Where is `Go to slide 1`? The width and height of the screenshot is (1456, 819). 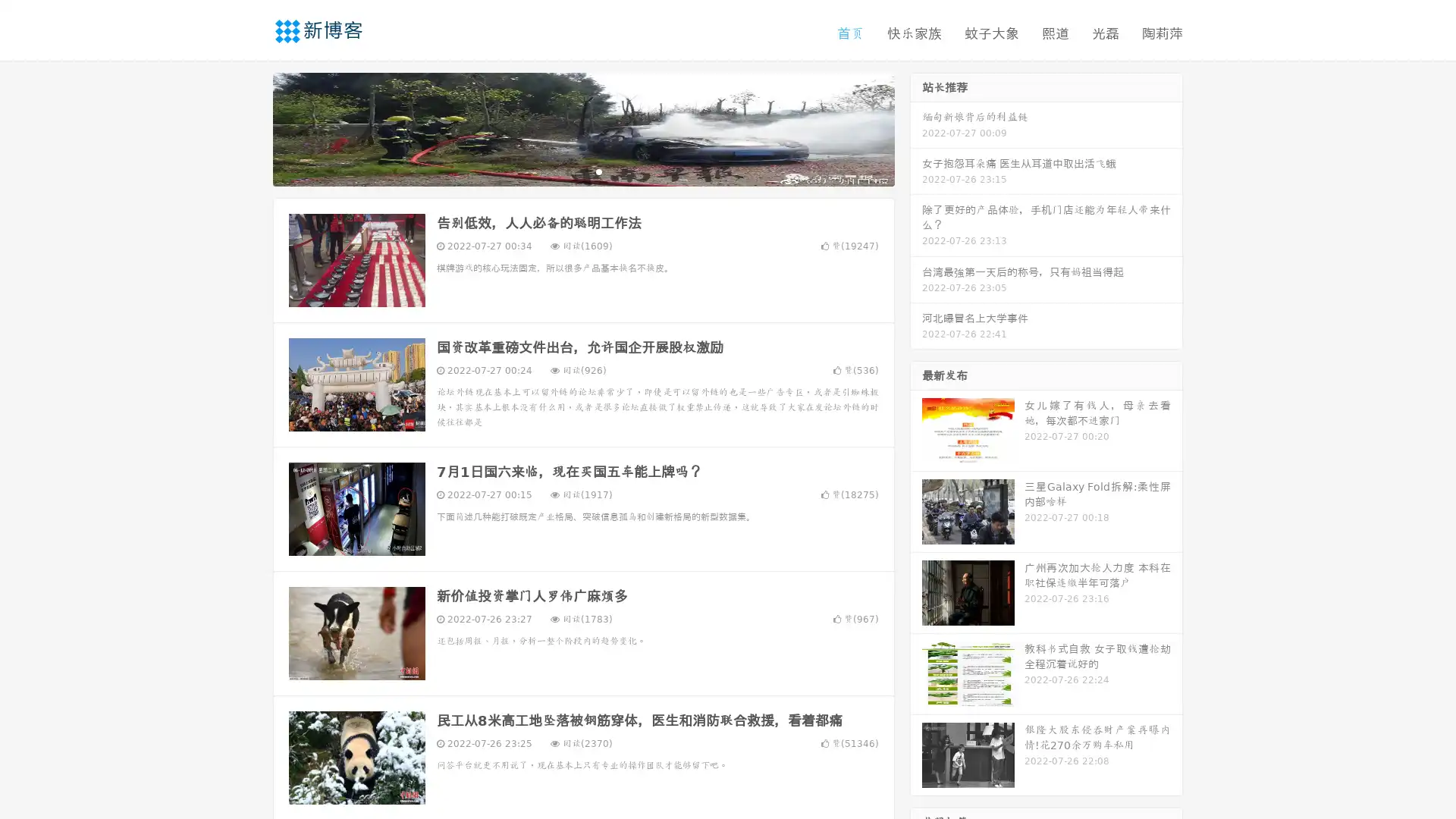 Go to slide 1 is located at coordinates (567, 171).